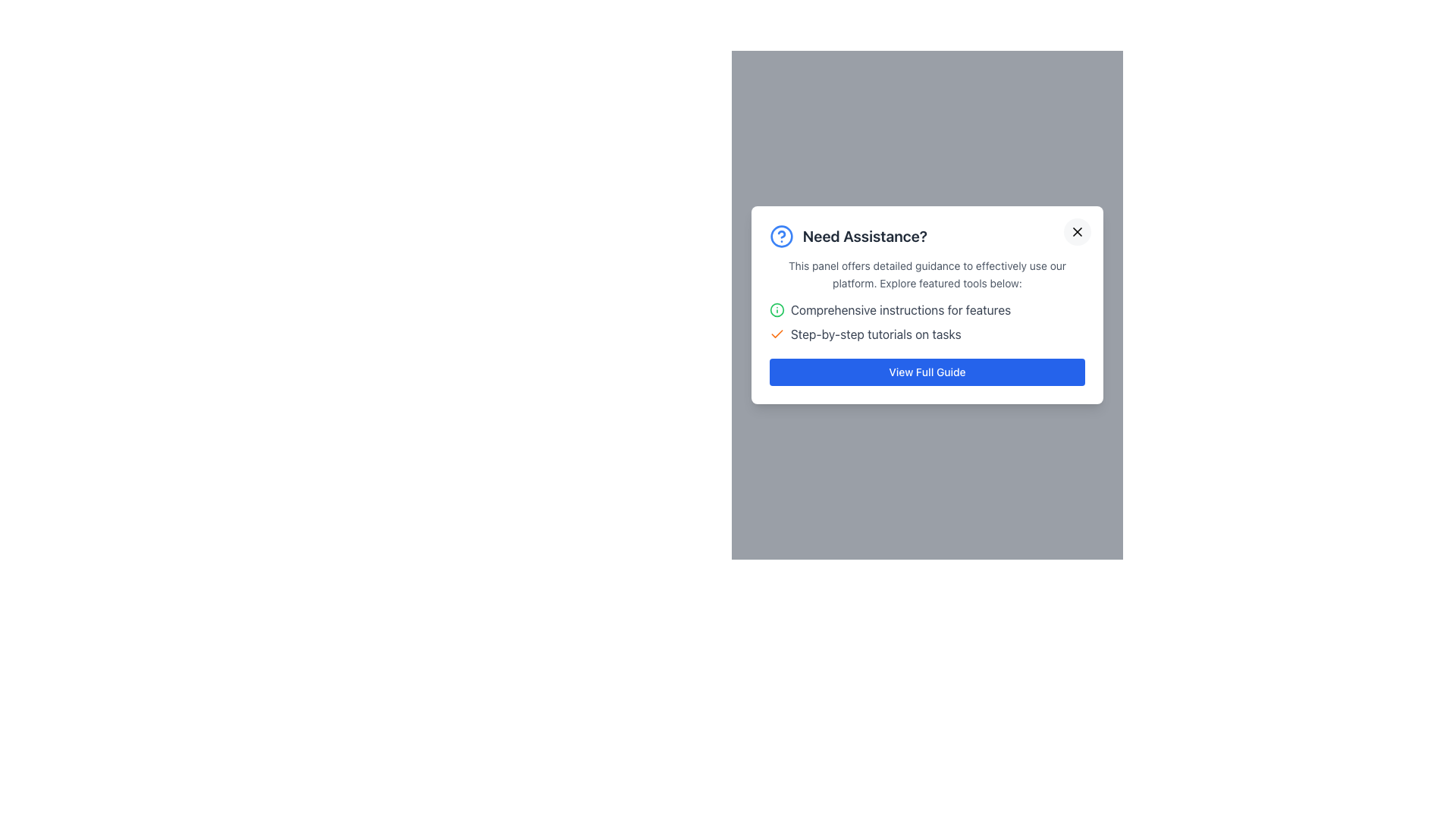 The height and width of the screenshot is (819, 1456). What do you see at coordinates (927, 334) in the screenshot?
I see `the text label that reads 'Step-by-step tutorials on tasks', which is styled with a gray font color and has an orange checkmark icon to its left` at bounding box center [927, 334].